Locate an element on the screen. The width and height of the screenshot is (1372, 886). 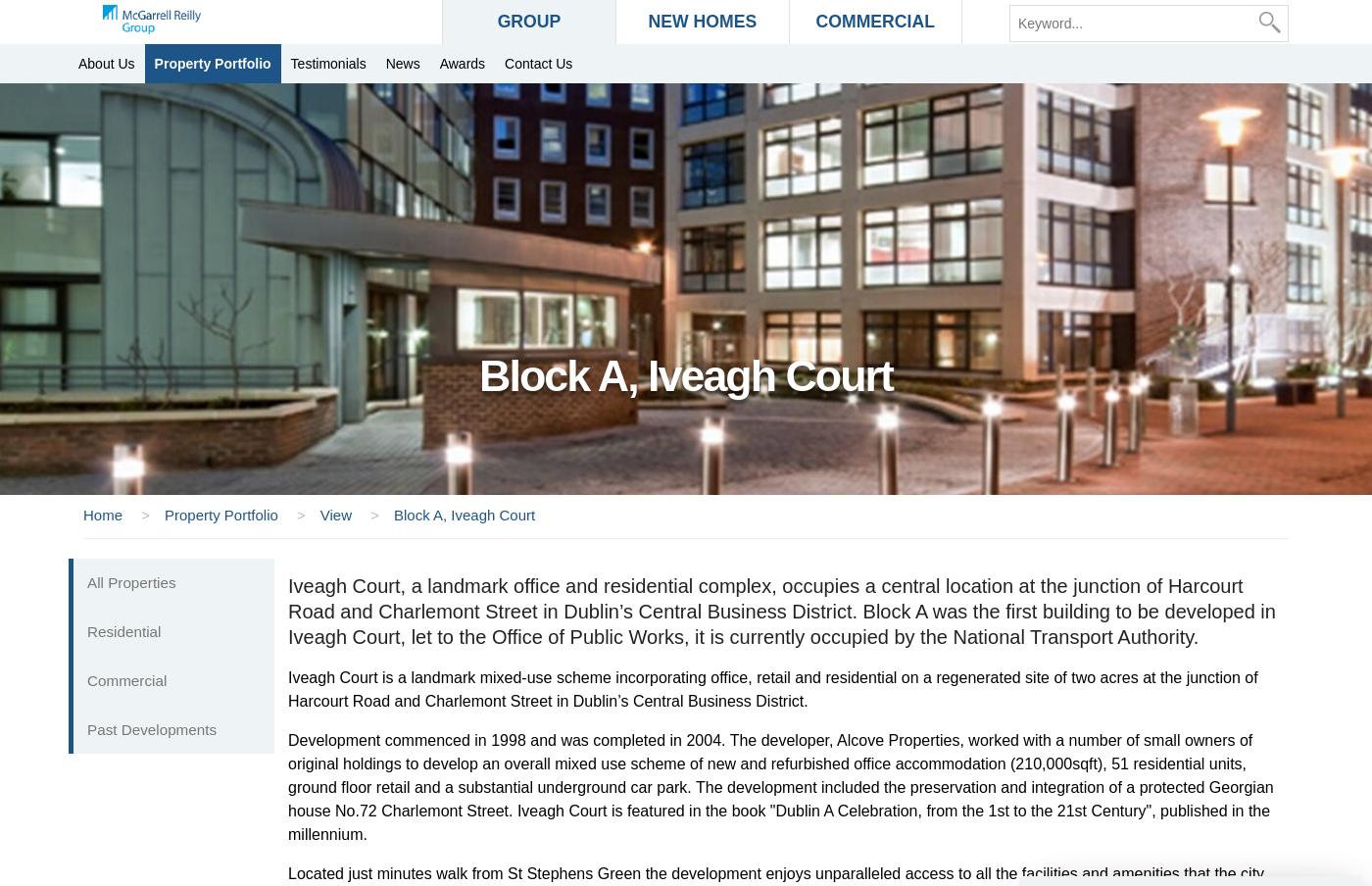
'Testimonials' is located at coordinates (327, 63).